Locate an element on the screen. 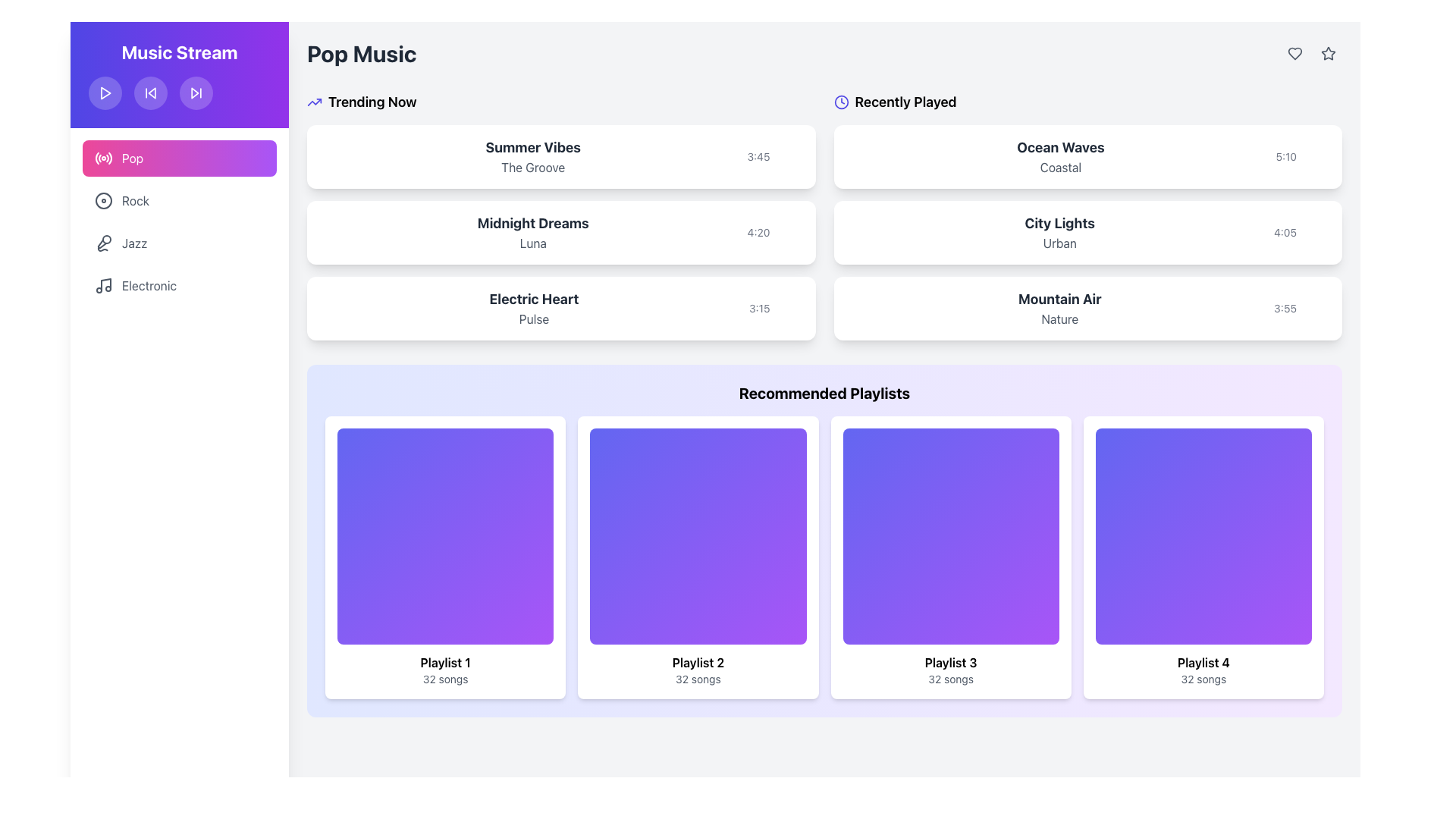  the static text indicating the number of songs in 'Playlist 2', located directly beneath the heading in the second card of the 'Recommended Playlists' section is located at coordinates (697, 679).